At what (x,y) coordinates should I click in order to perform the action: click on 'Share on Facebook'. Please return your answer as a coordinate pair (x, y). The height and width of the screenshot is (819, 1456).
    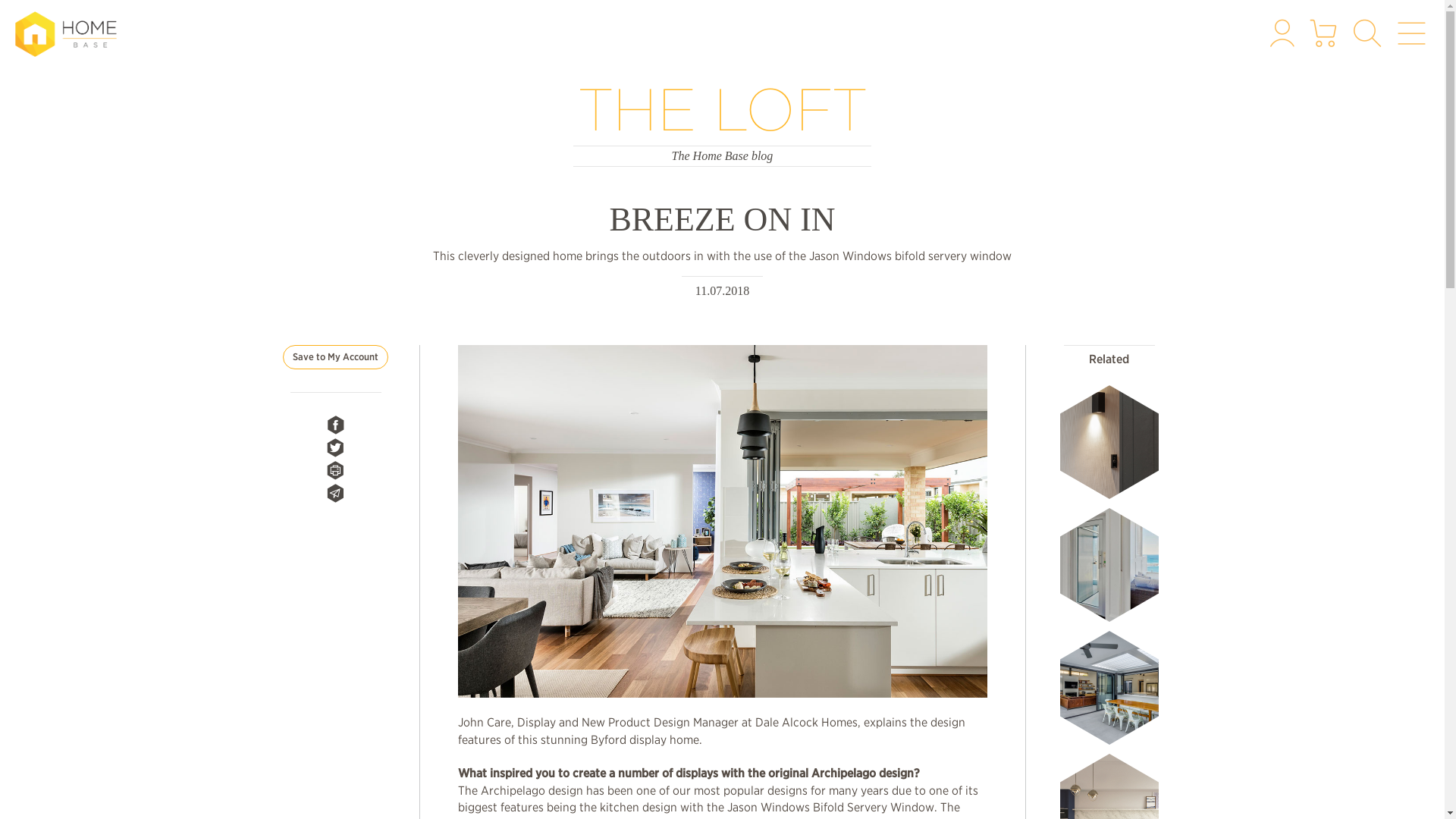
    Looking at the image, I should click on (334, 425).